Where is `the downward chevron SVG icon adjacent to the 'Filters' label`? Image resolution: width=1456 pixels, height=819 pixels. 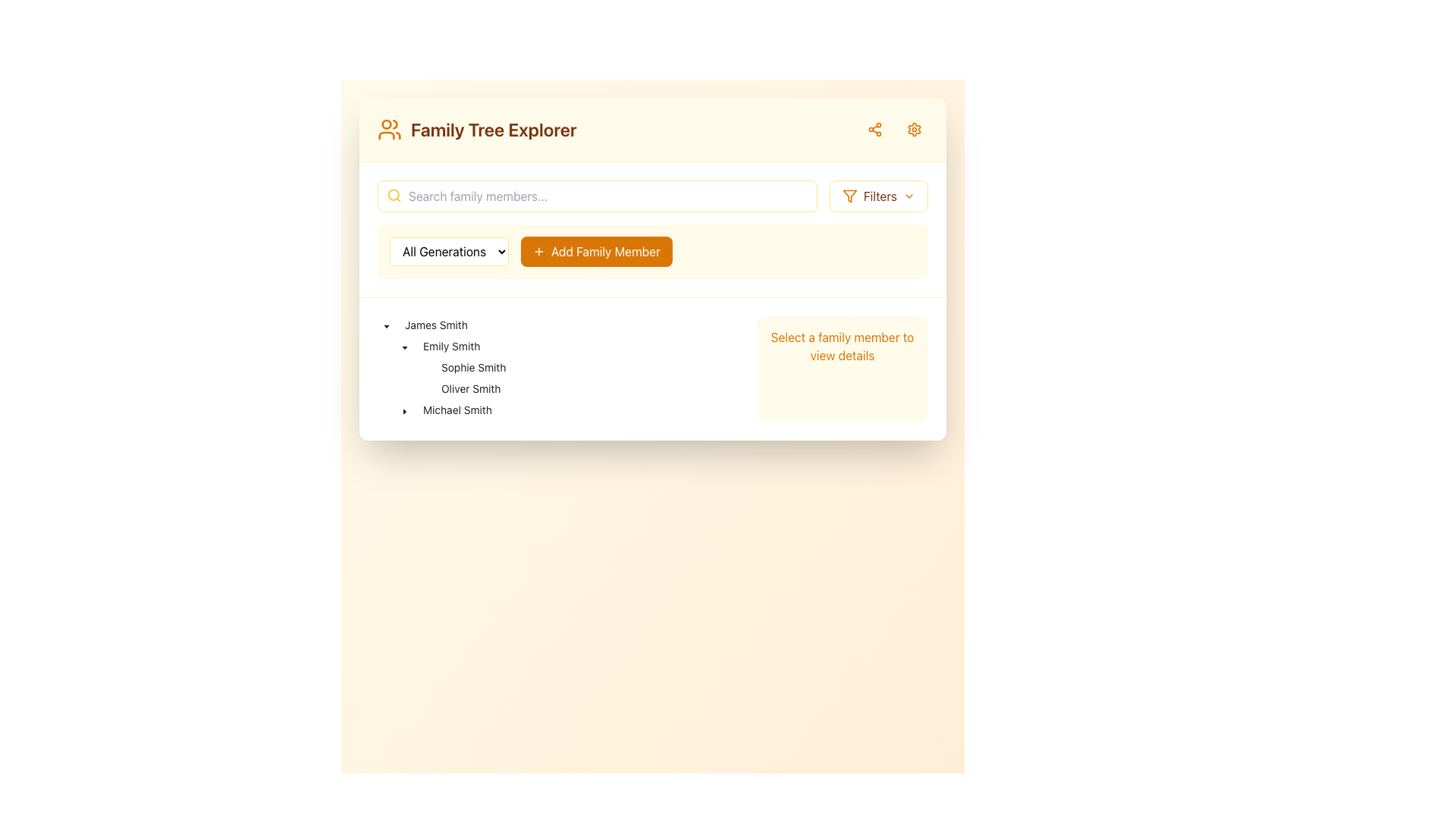
the downward chevron SVG icon adjacent to the 'Filters' label is located at coordinates (909, 195).